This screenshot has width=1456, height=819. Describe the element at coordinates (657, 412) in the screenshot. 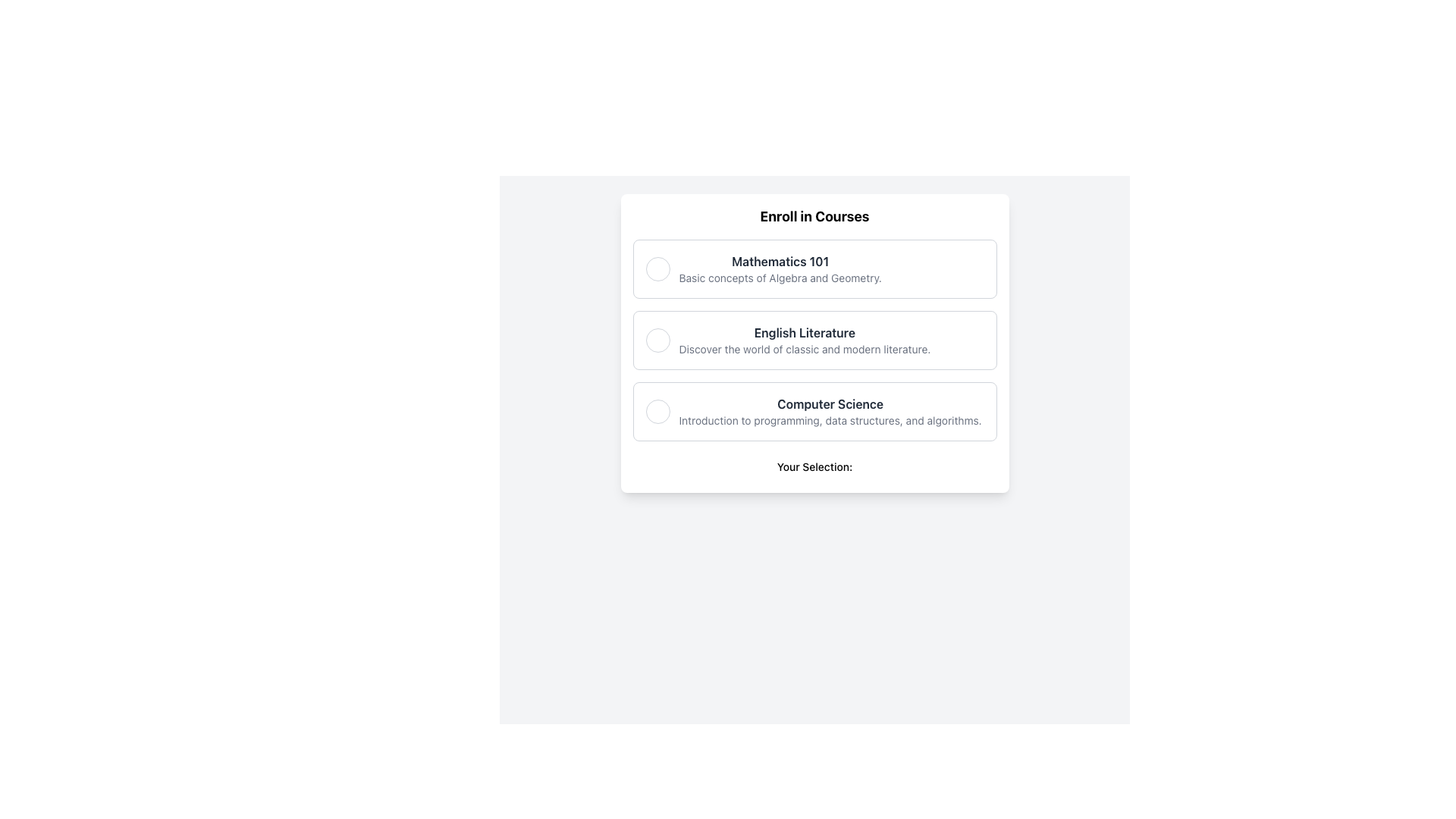

I see `on the circular selection indicator (radio button) located` at that location.